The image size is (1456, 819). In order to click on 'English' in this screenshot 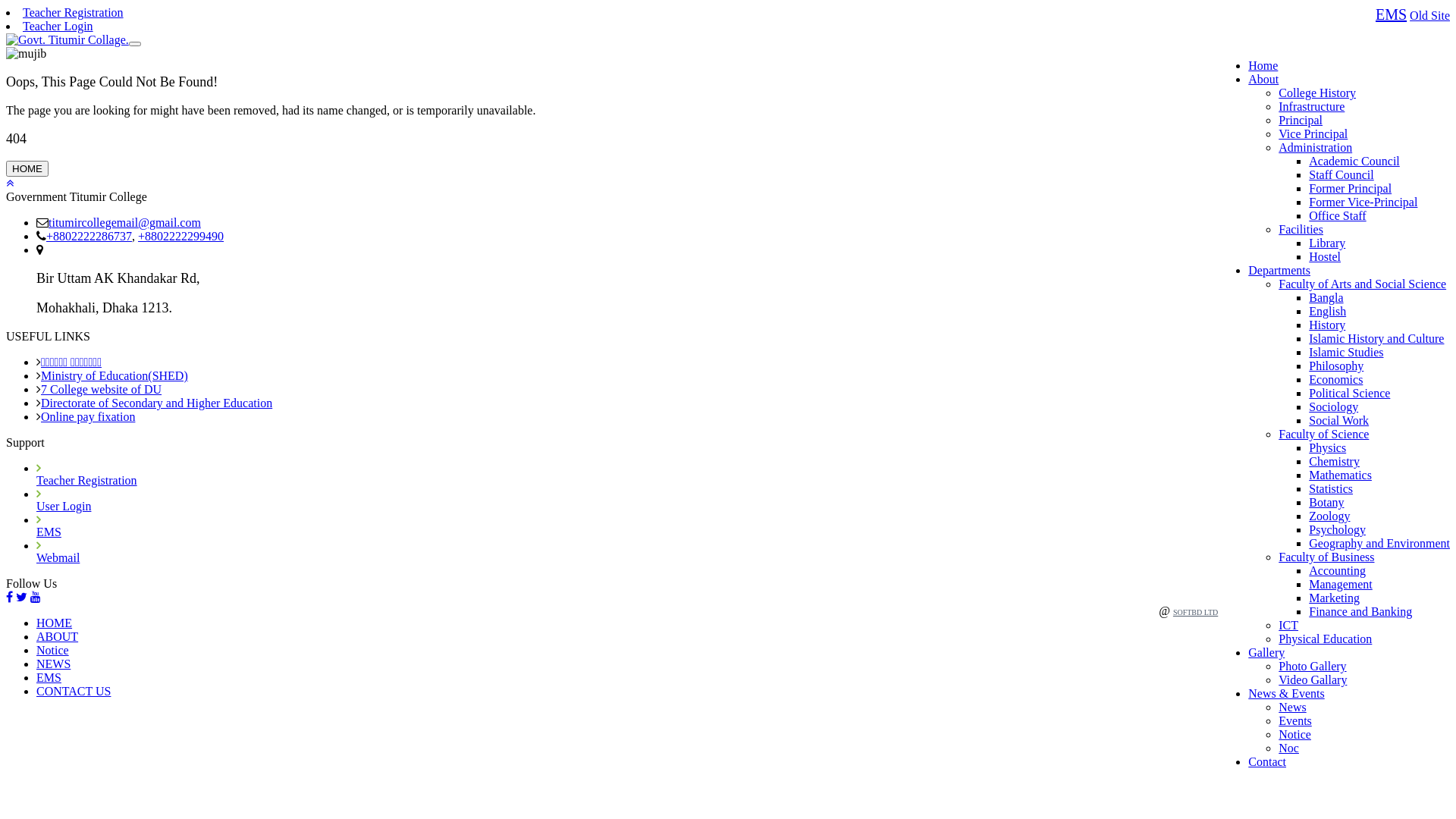, I will do `click(1326, 310)`.